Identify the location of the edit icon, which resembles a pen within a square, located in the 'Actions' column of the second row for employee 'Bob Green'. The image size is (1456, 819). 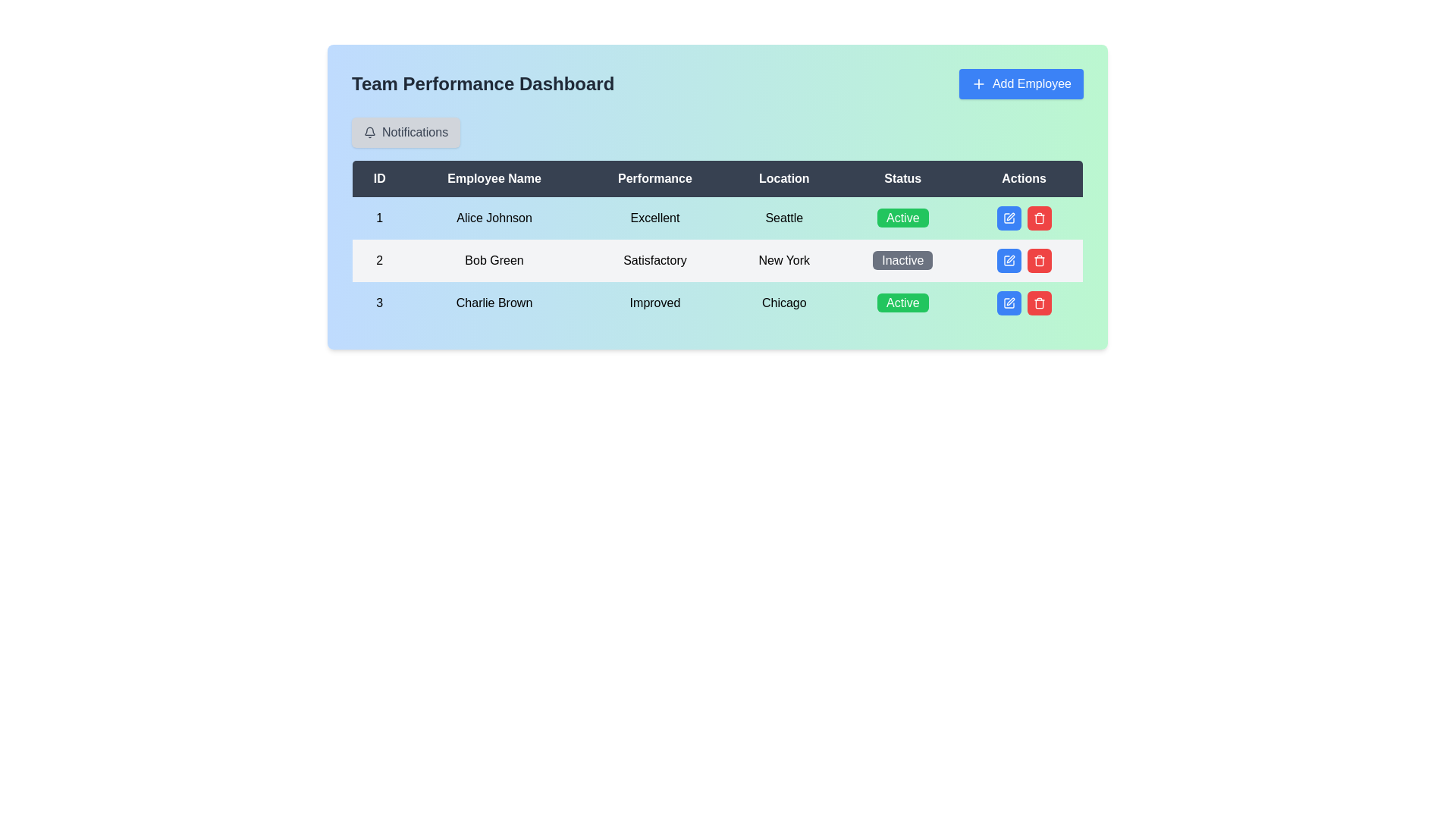
(1009, 259).